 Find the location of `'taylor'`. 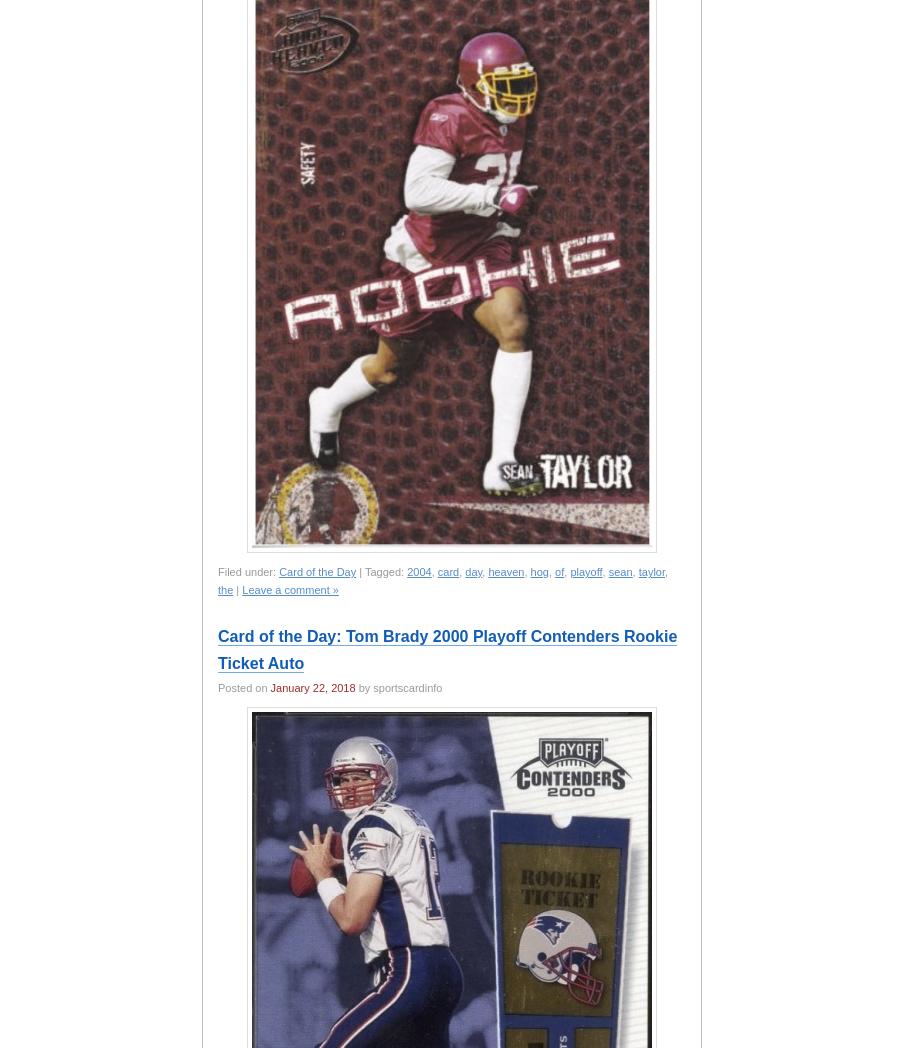

'taylor' is located at coordinates (651, 571).